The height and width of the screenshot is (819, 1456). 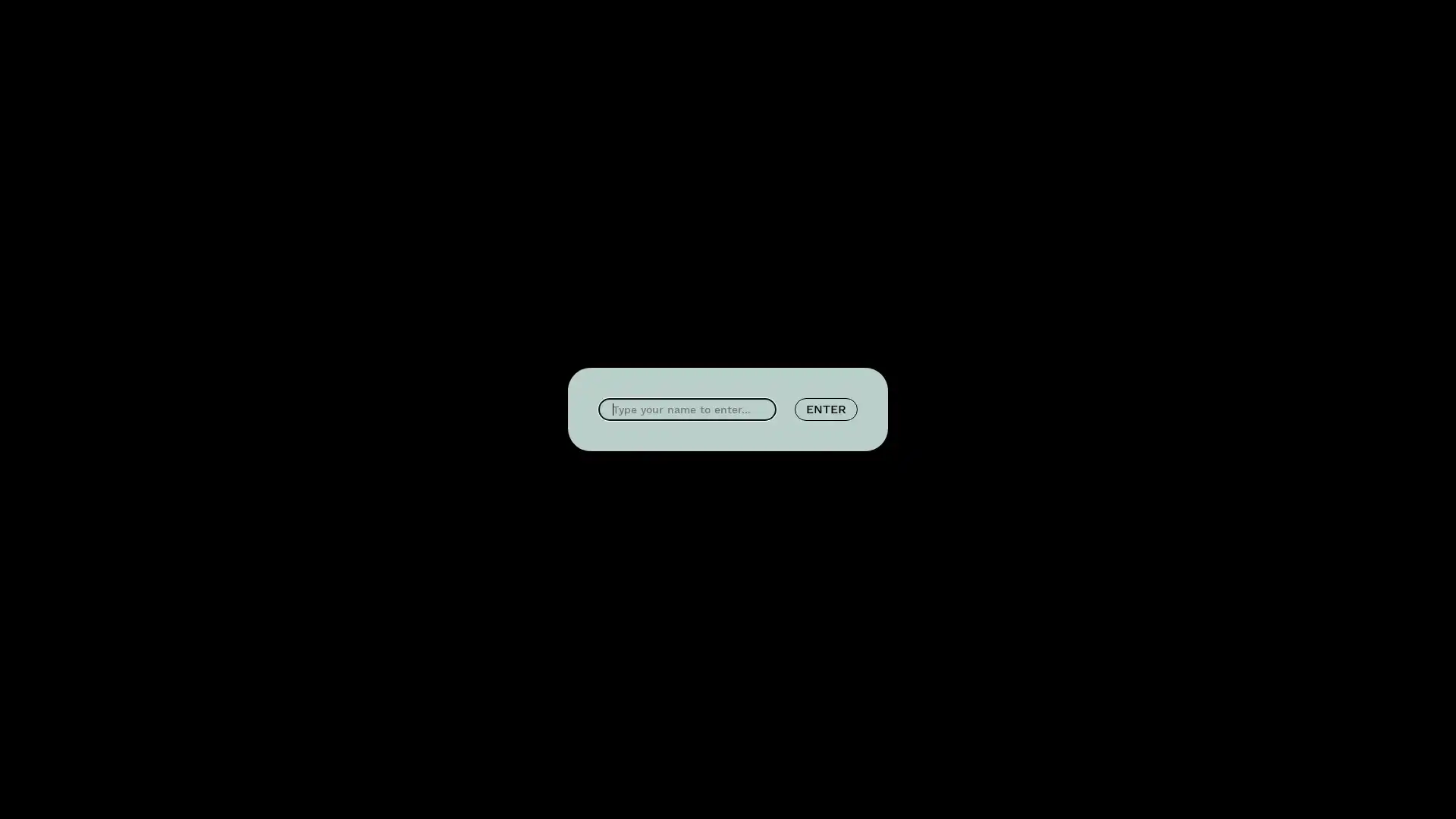 I want to click on Submit username, so click(x=825, y=409).